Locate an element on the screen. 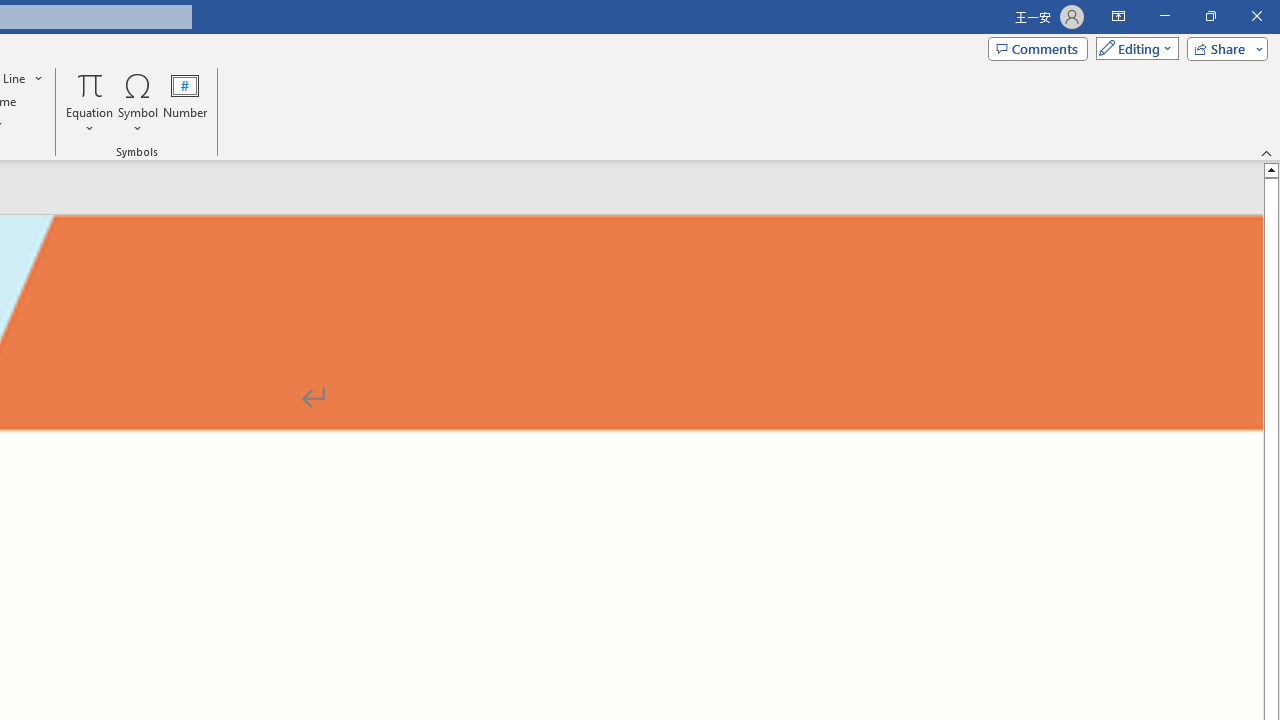 The height and width of the screenshot is (720, 1280). 'Equation' is located at coordinates (89, 84).